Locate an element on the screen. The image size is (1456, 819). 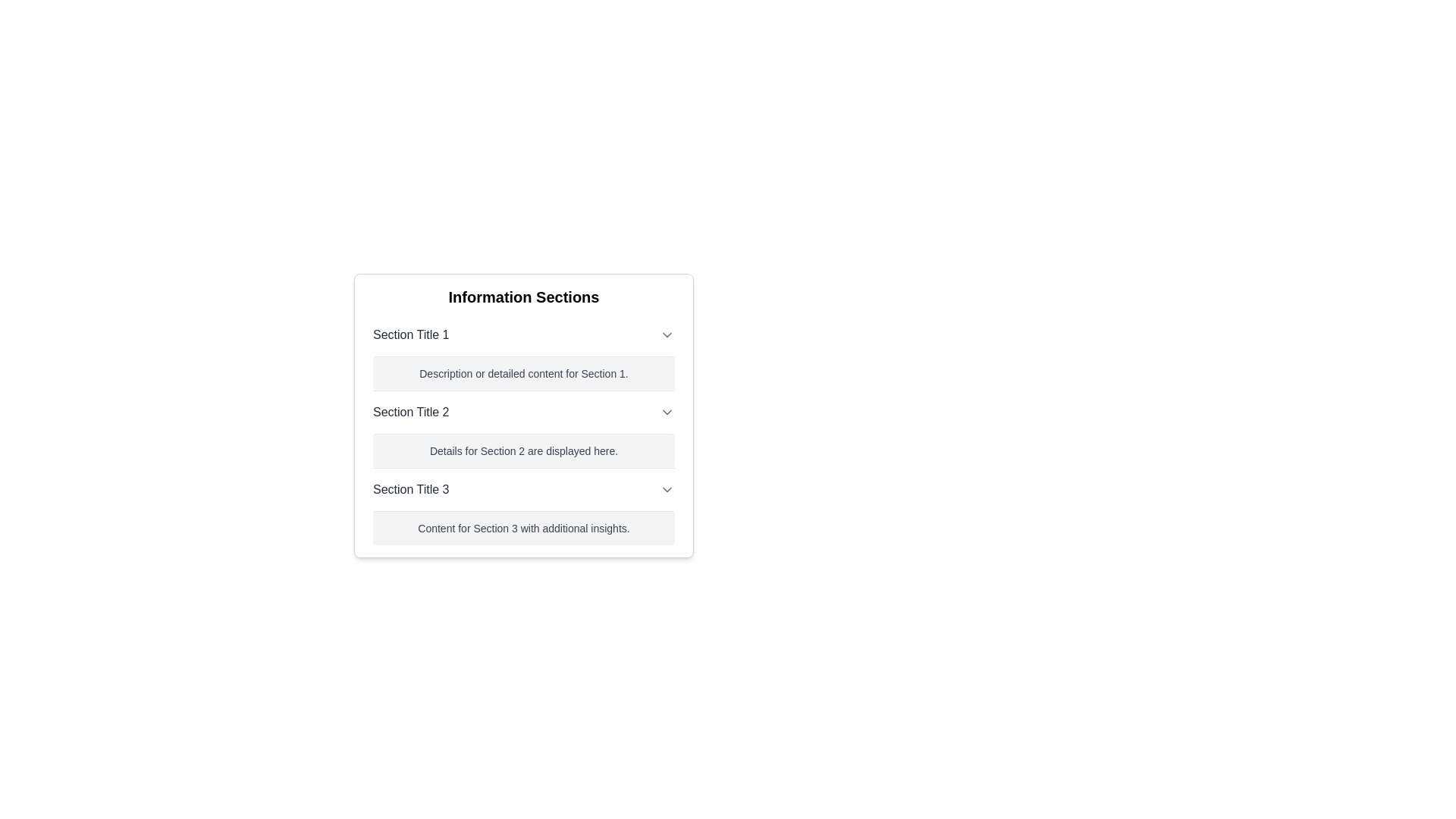
the chevron within the card style component is located at coordinates (524, 421).